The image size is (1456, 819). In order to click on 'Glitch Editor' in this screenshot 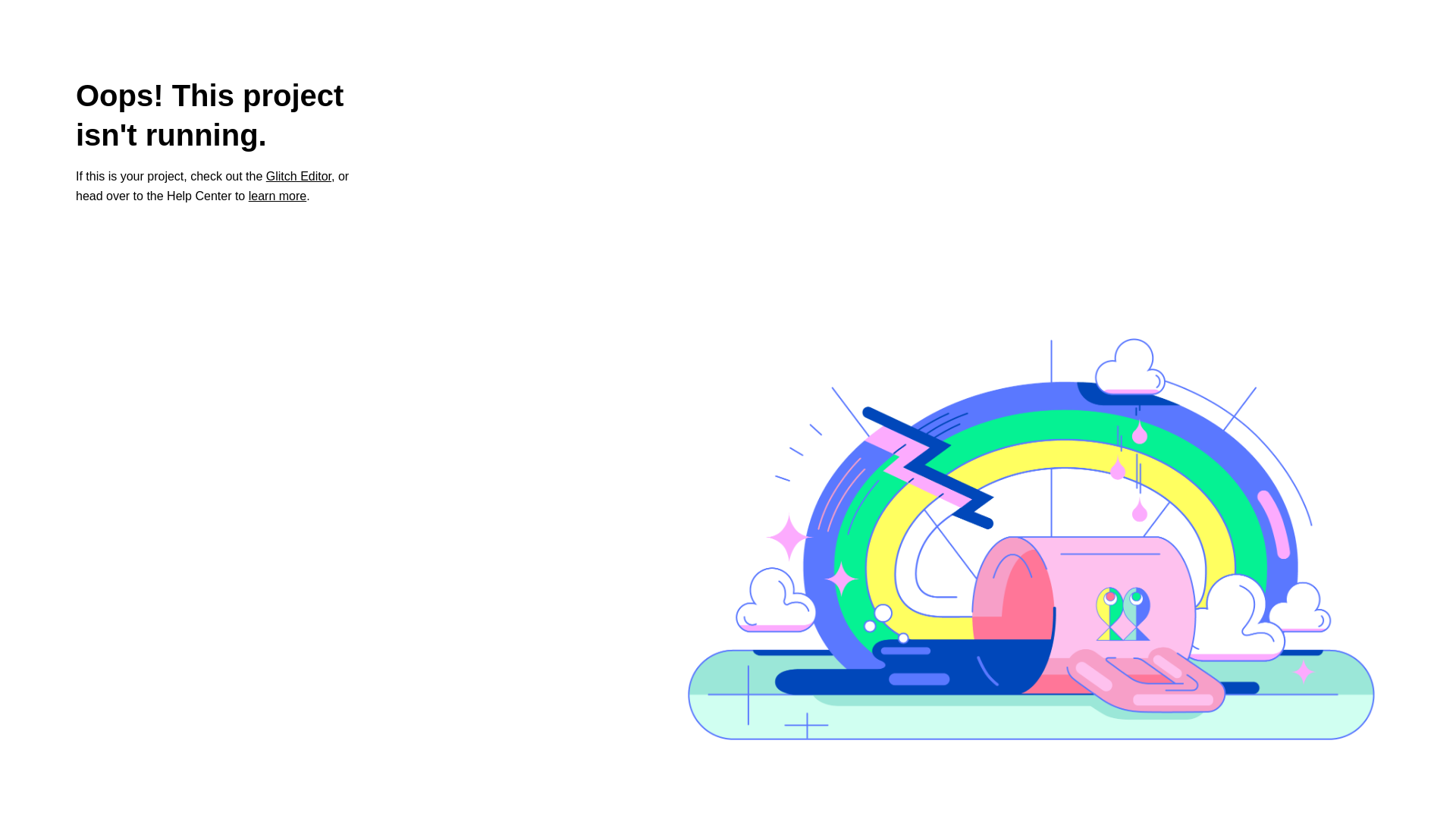, I will do `click(298, 175)`.